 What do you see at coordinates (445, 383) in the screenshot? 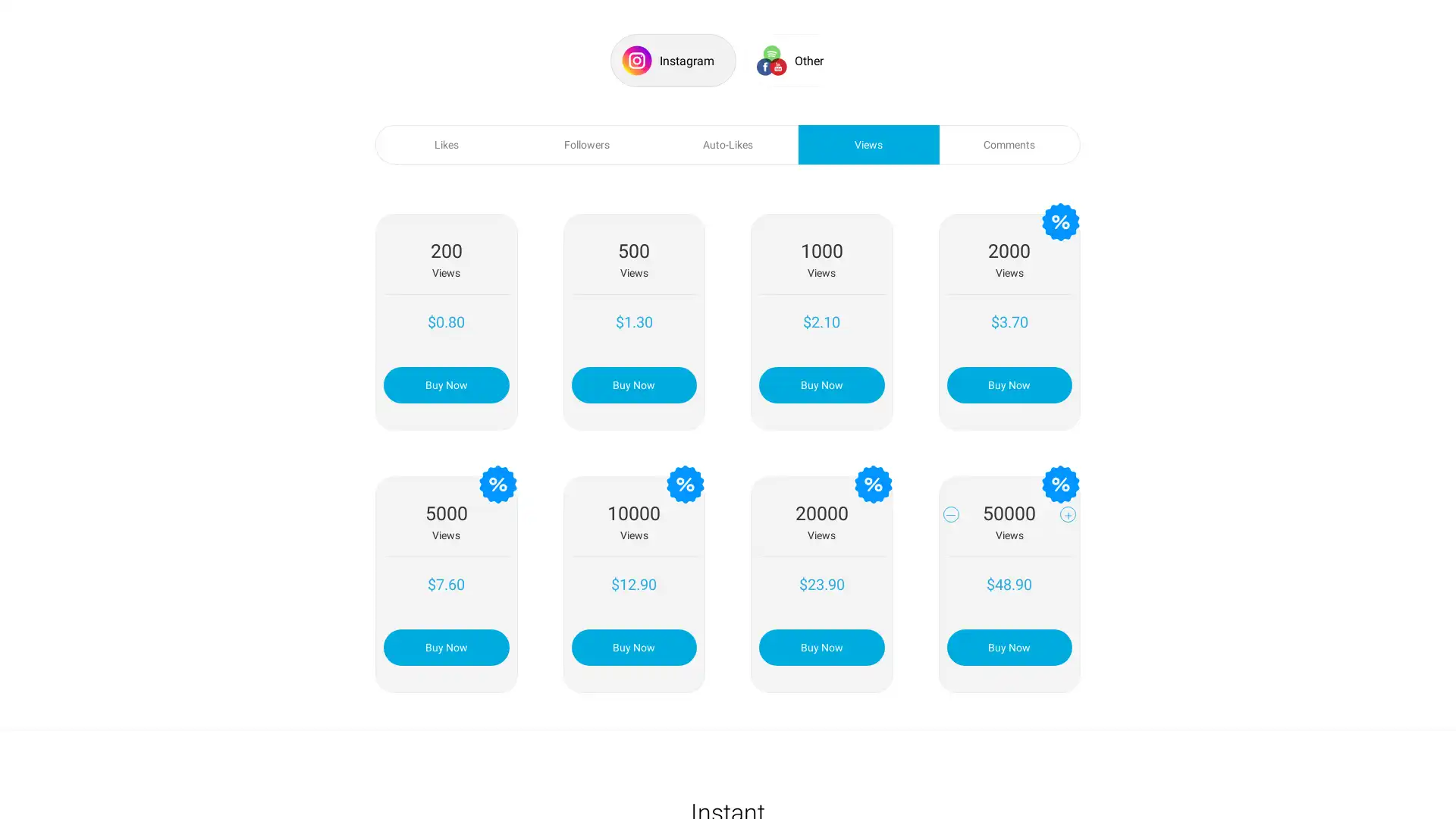
I see `Buy Now` at bounding box center [445, 383].